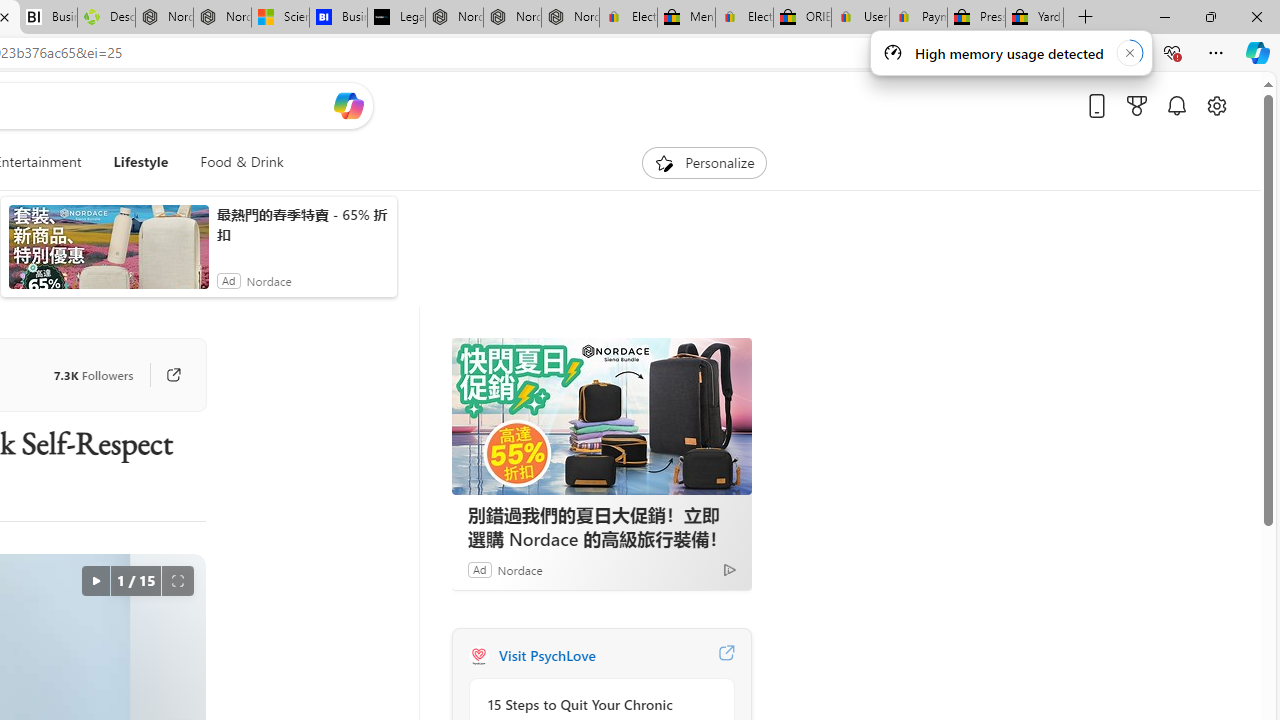 This screenshot has width=1280, height=720. I want to click on 'User Privacy Notice | eBay', so click(860, 17).